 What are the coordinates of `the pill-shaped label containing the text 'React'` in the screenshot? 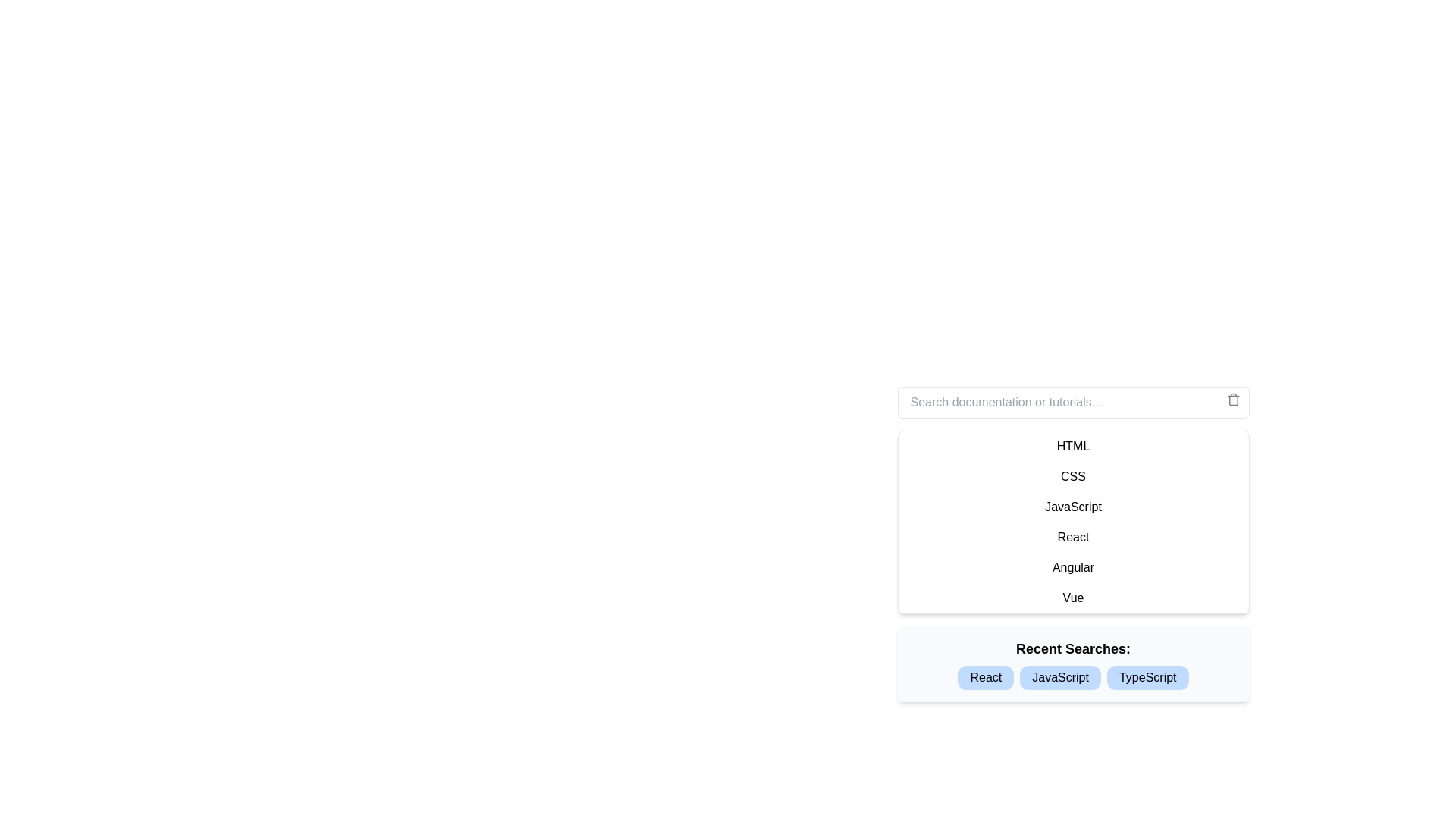 It's located at (986, 677).